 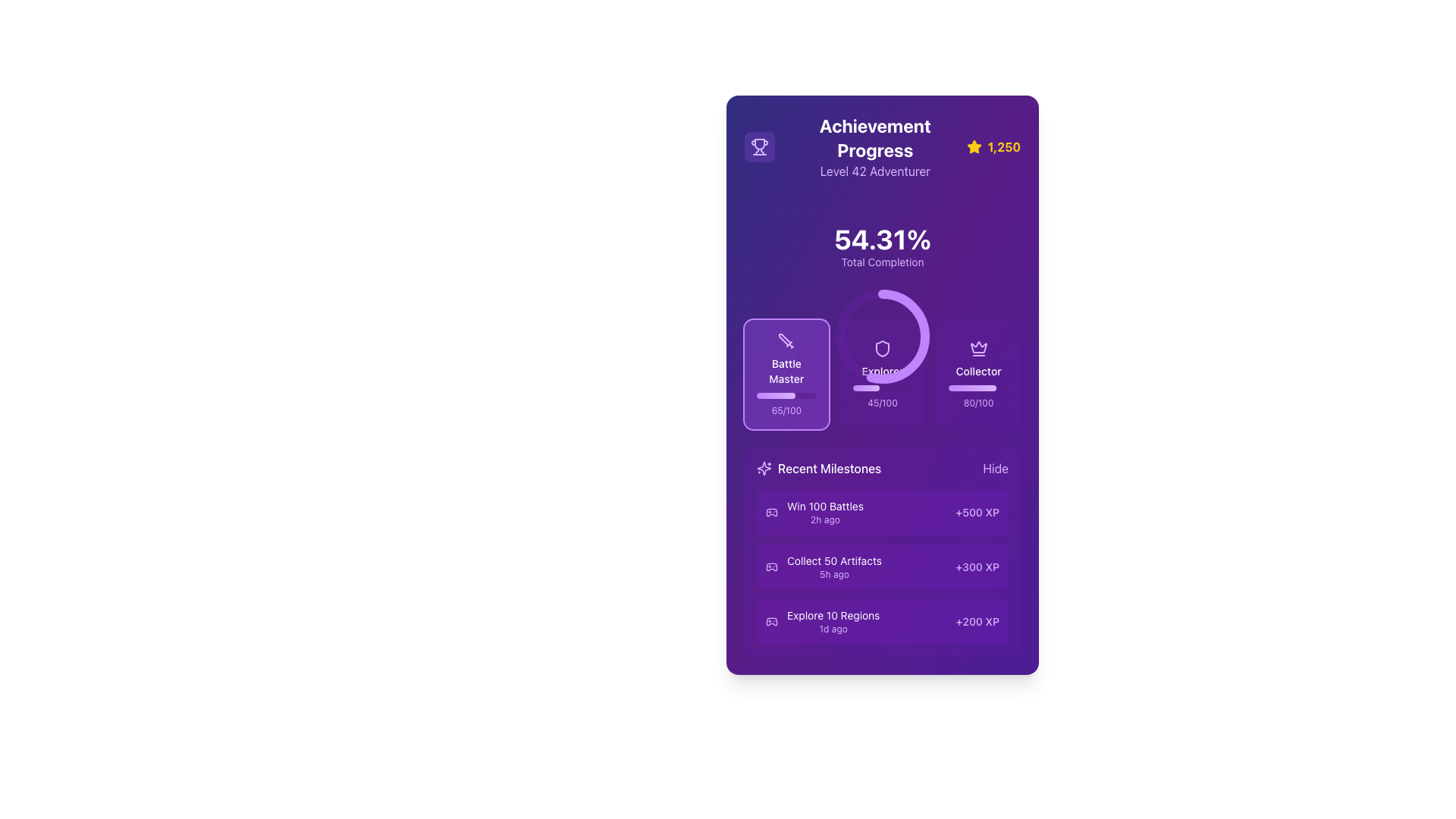 I want to click on the circular progress bar located in the 'Achievement Progress' card, positioned beneath the text '54.31%' and above the label 'Explore', so click(x=882, y=246).